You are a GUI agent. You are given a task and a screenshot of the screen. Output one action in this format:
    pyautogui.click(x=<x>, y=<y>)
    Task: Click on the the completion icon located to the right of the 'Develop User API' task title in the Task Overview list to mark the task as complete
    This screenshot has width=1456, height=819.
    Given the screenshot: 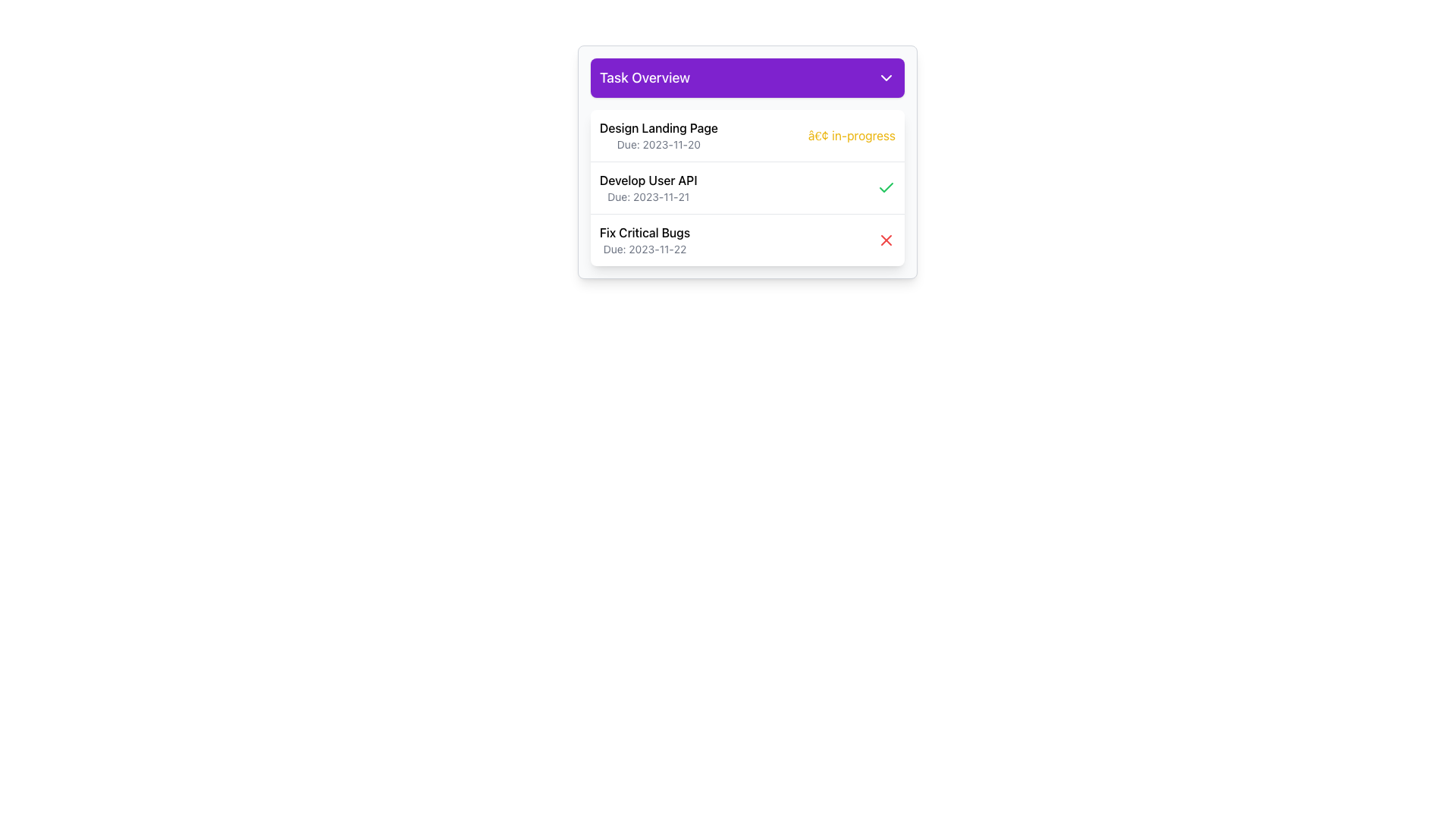 What is the action you would take?
    pyautogui.click(x=886, y=187)
    